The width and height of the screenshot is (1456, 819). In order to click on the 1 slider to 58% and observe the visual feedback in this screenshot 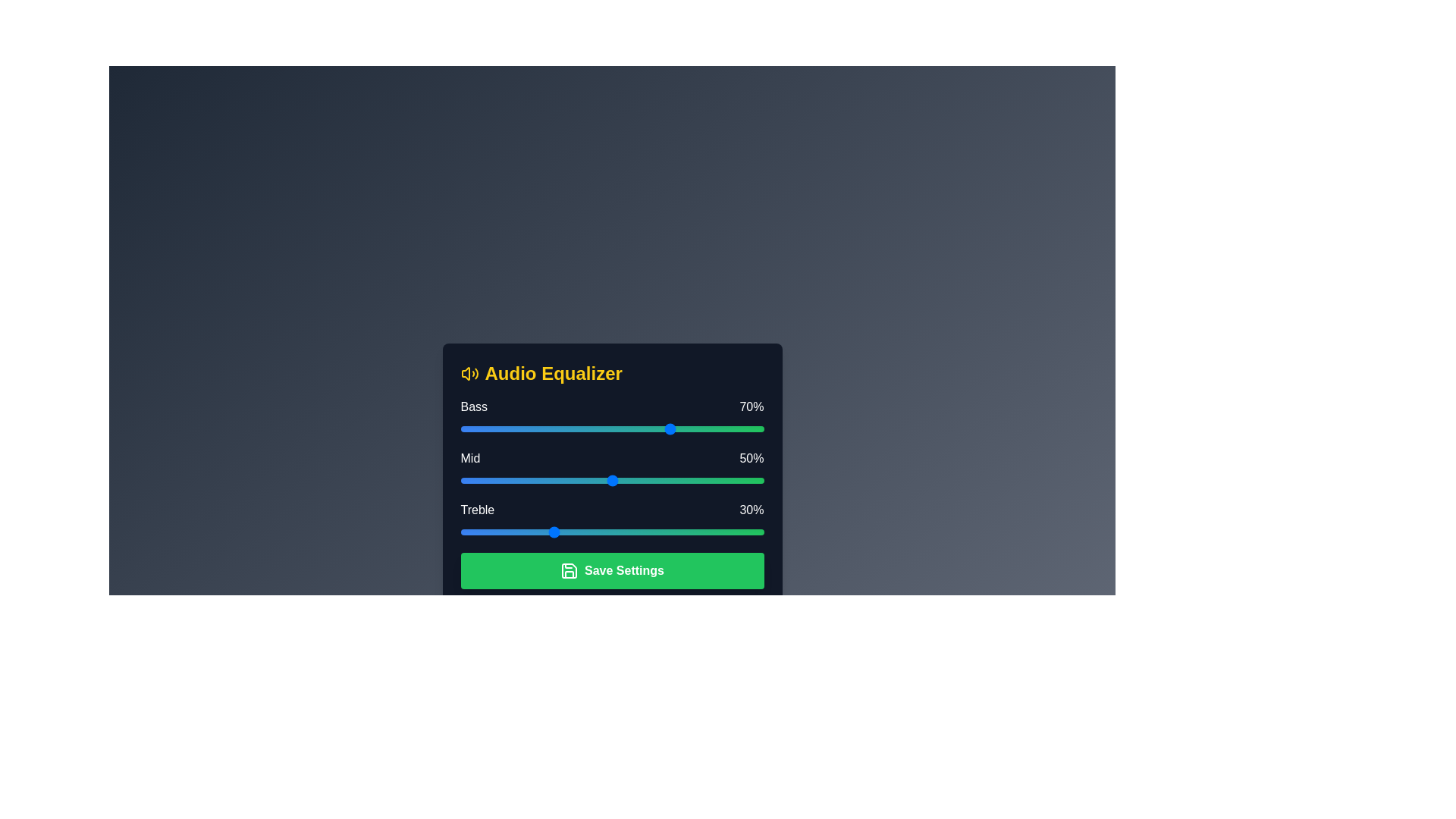, I will do `click(636, 480)`.